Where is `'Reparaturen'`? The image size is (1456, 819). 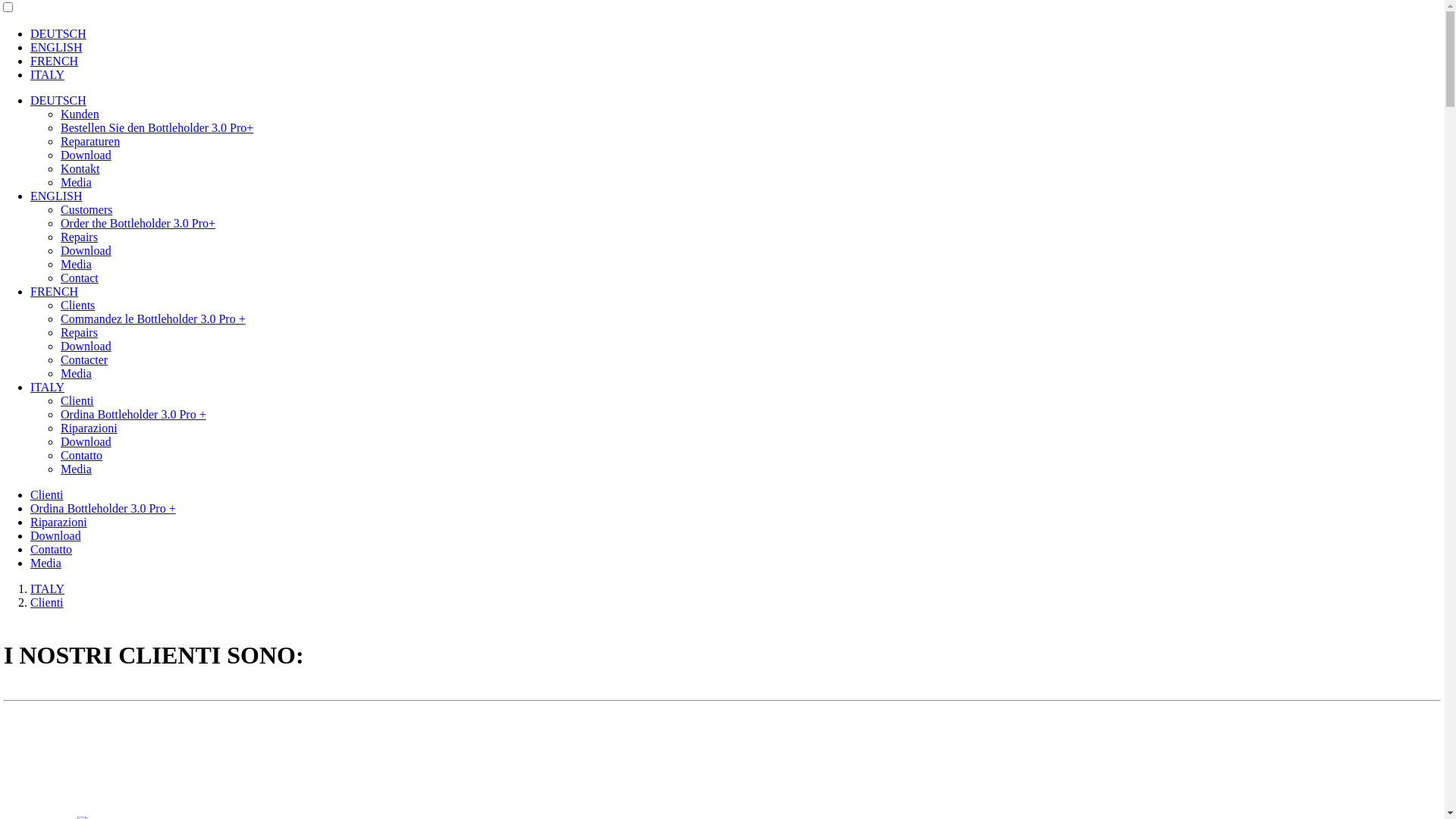 'Reparaturen' is located at coordinates (89, 141).